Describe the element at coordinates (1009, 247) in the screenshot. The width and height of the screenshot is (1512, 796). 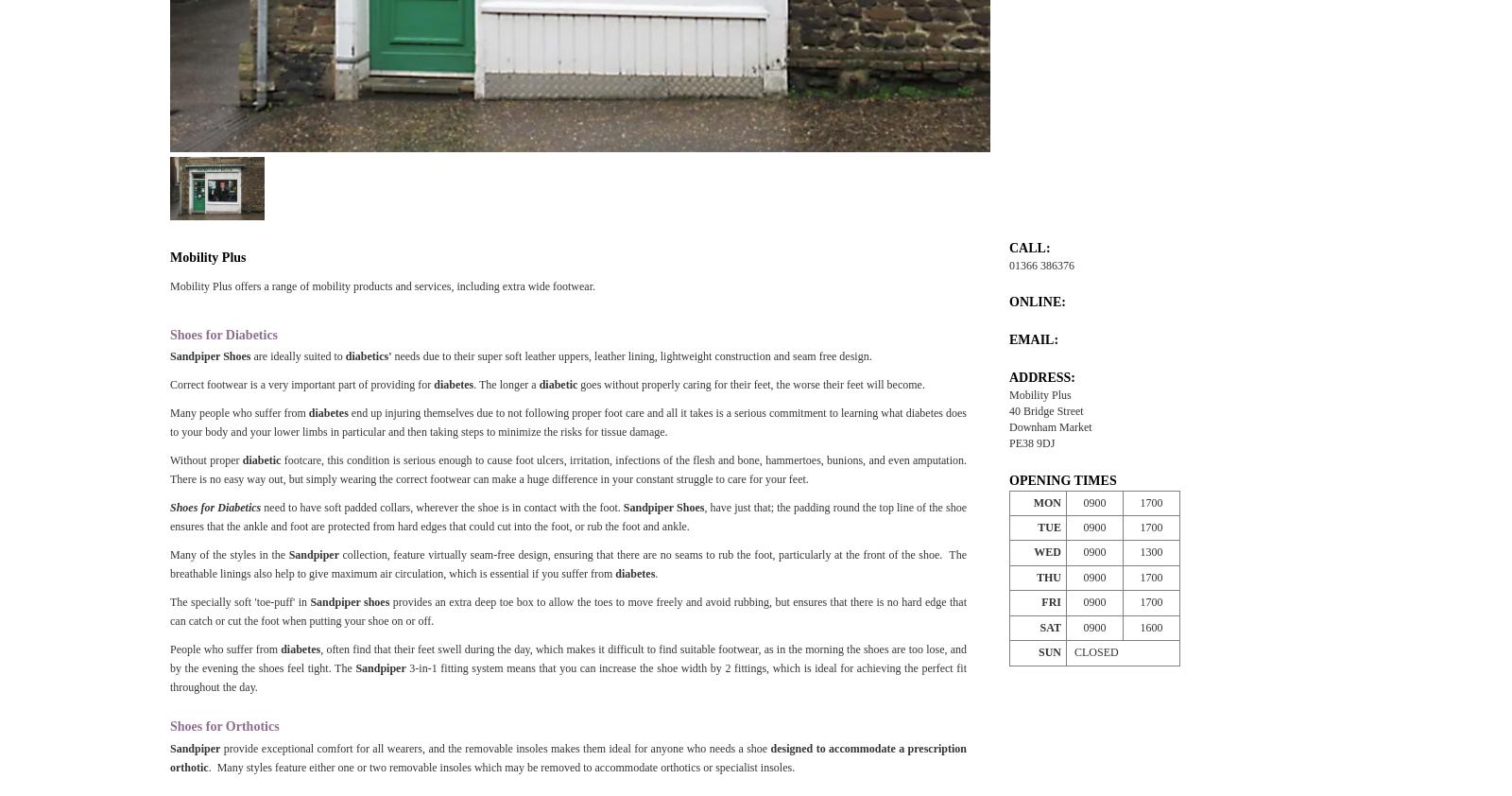
I see `'call:'` at that location.